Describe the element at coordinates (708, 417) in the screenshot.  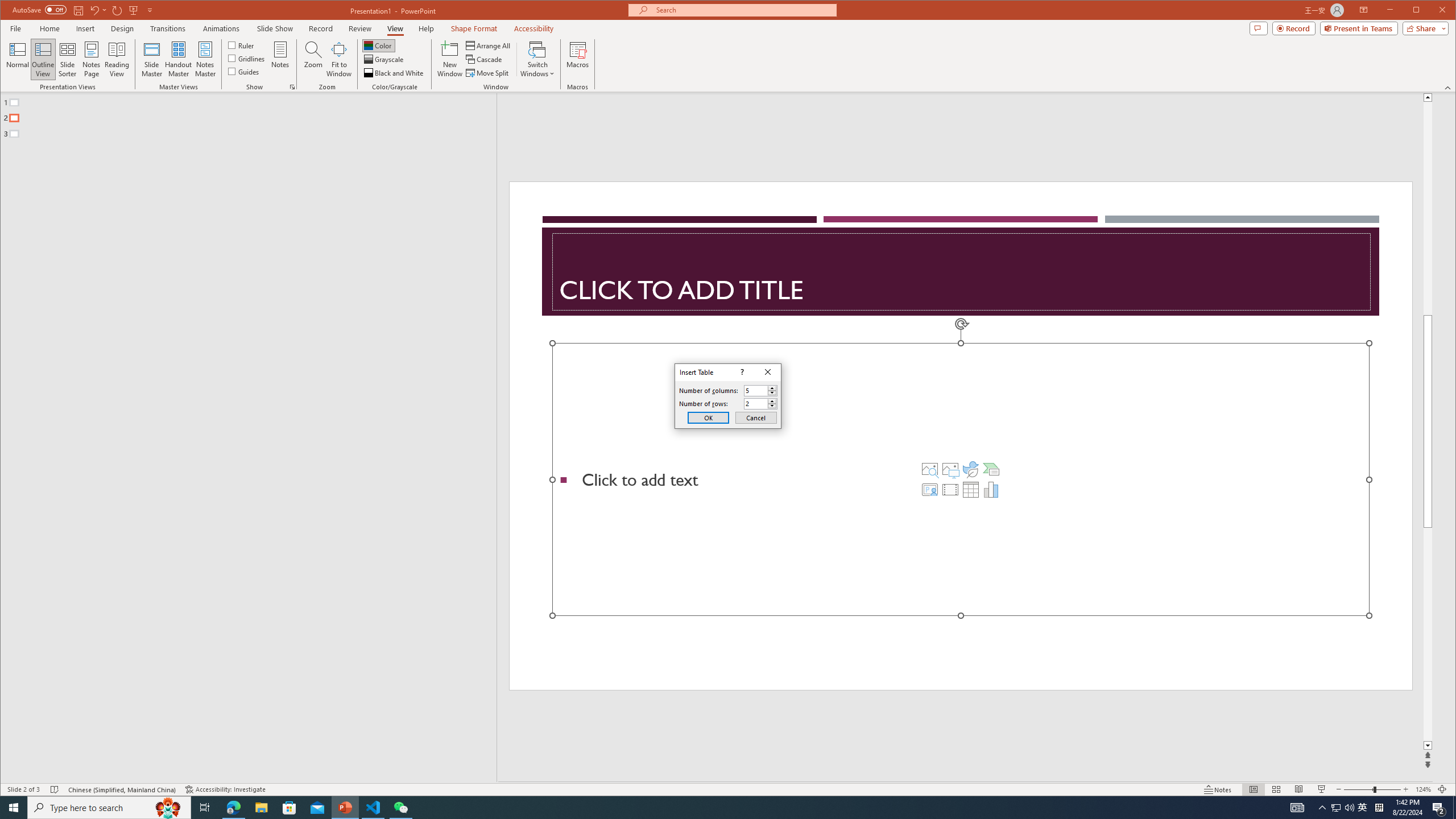
I see `'OK'` at that location.